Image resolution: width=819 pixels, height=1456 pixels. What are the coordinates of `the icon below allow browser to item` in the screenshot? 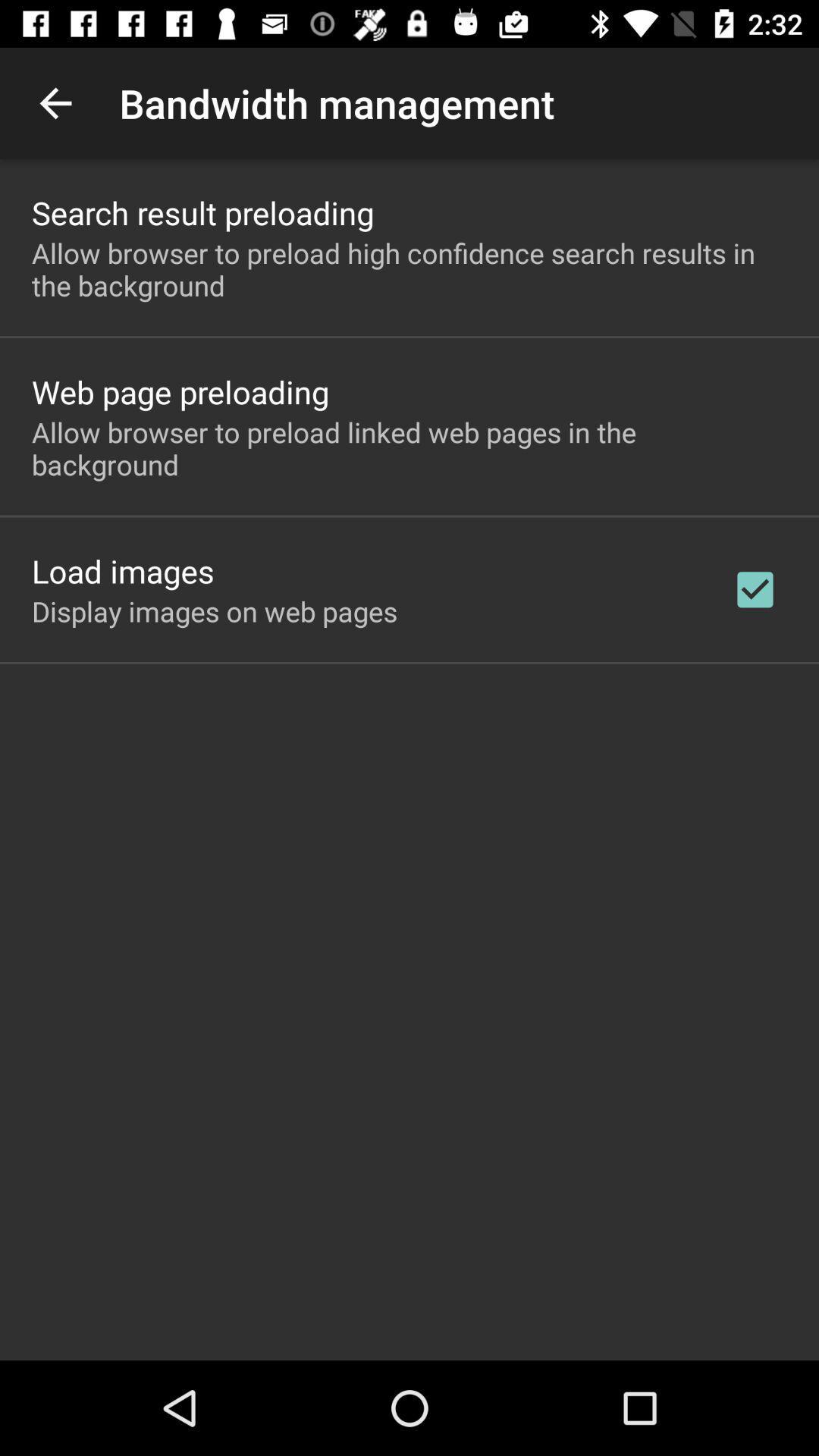 It's located at (755, 588).